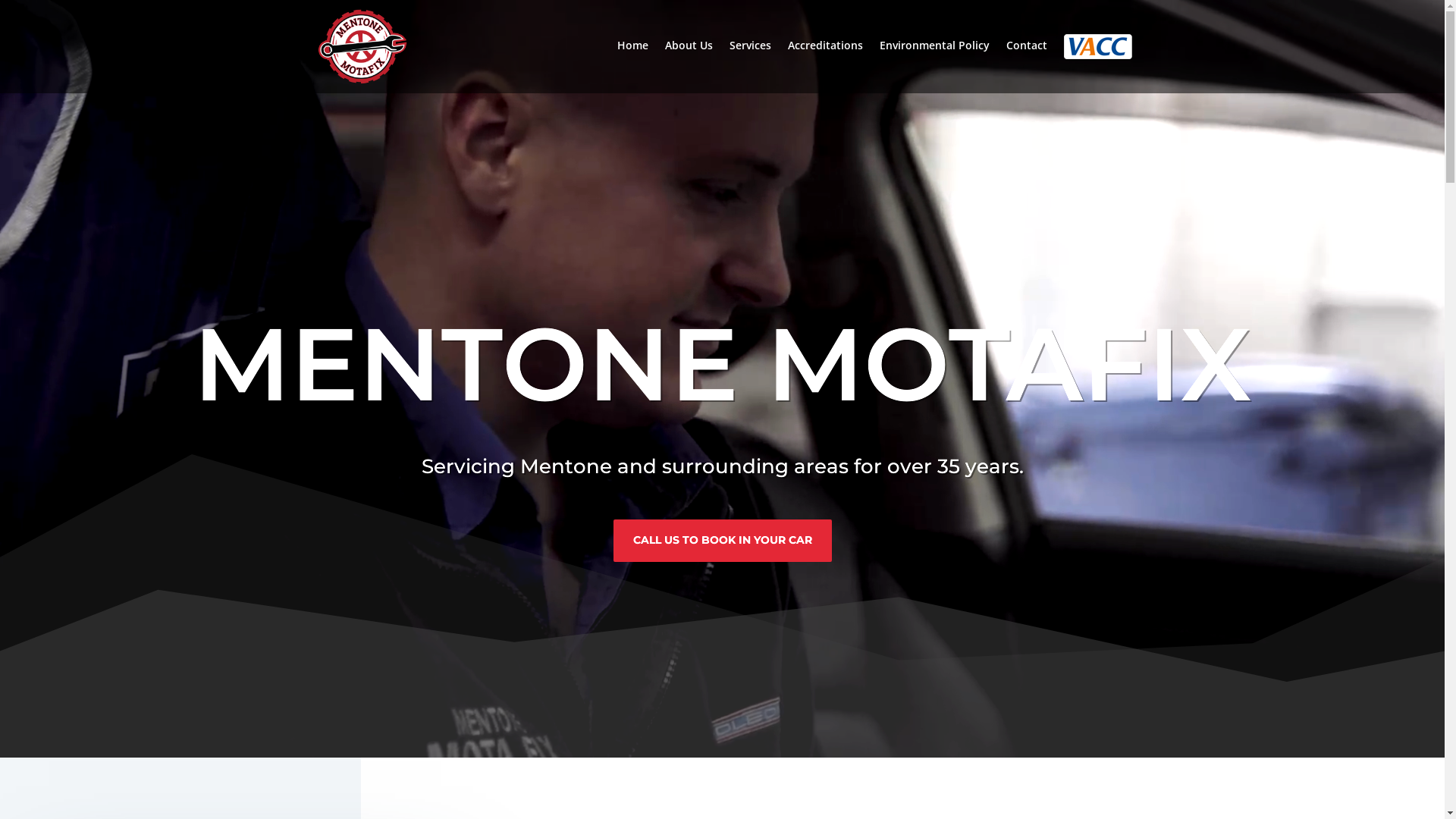 This screenshot has width=1456, height=819. I want to click on 'Contact', so click(1005, 61).